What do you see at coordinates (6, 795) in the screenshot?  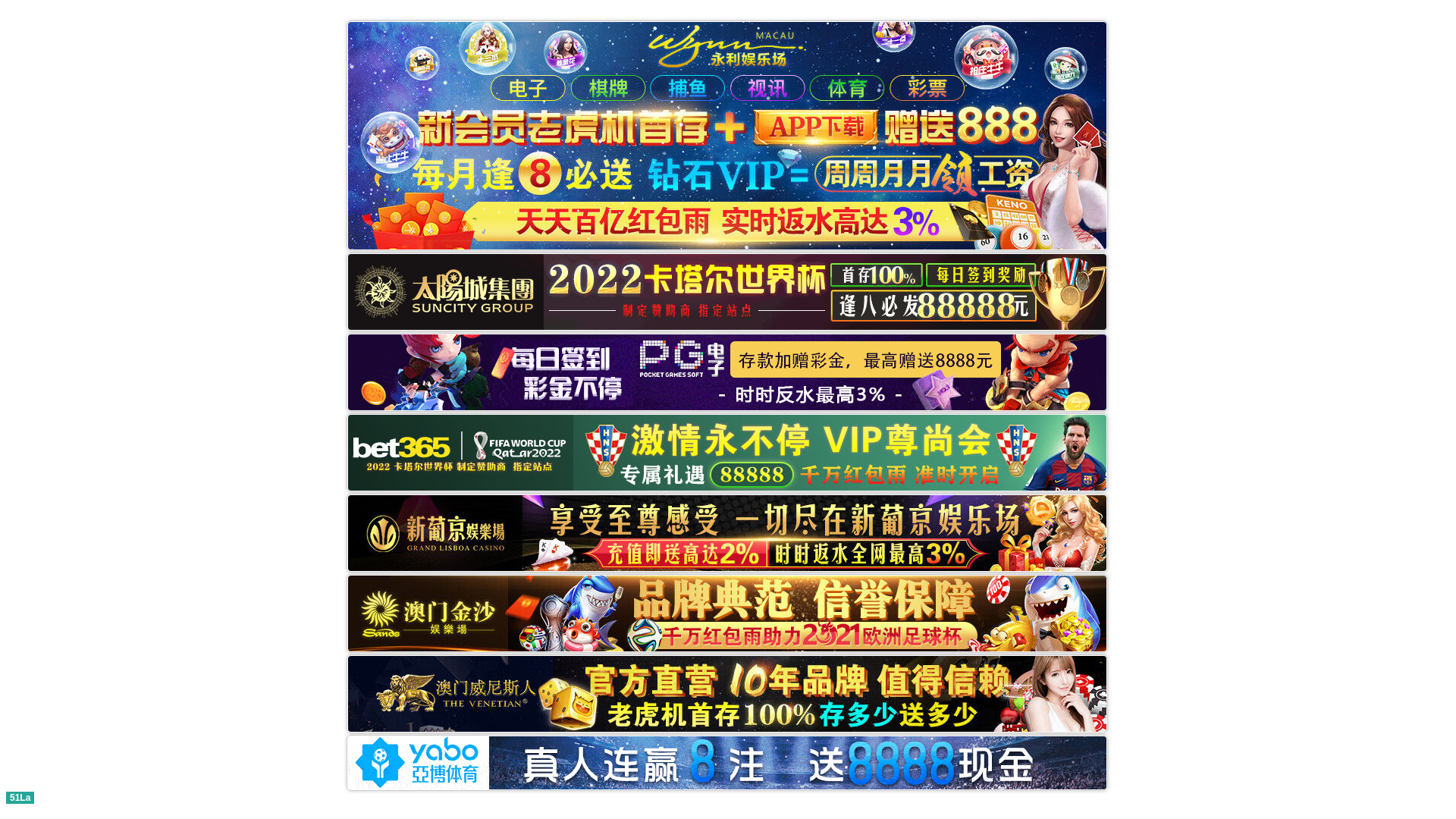 I see `'51La'` at bounding box center [6, 795].